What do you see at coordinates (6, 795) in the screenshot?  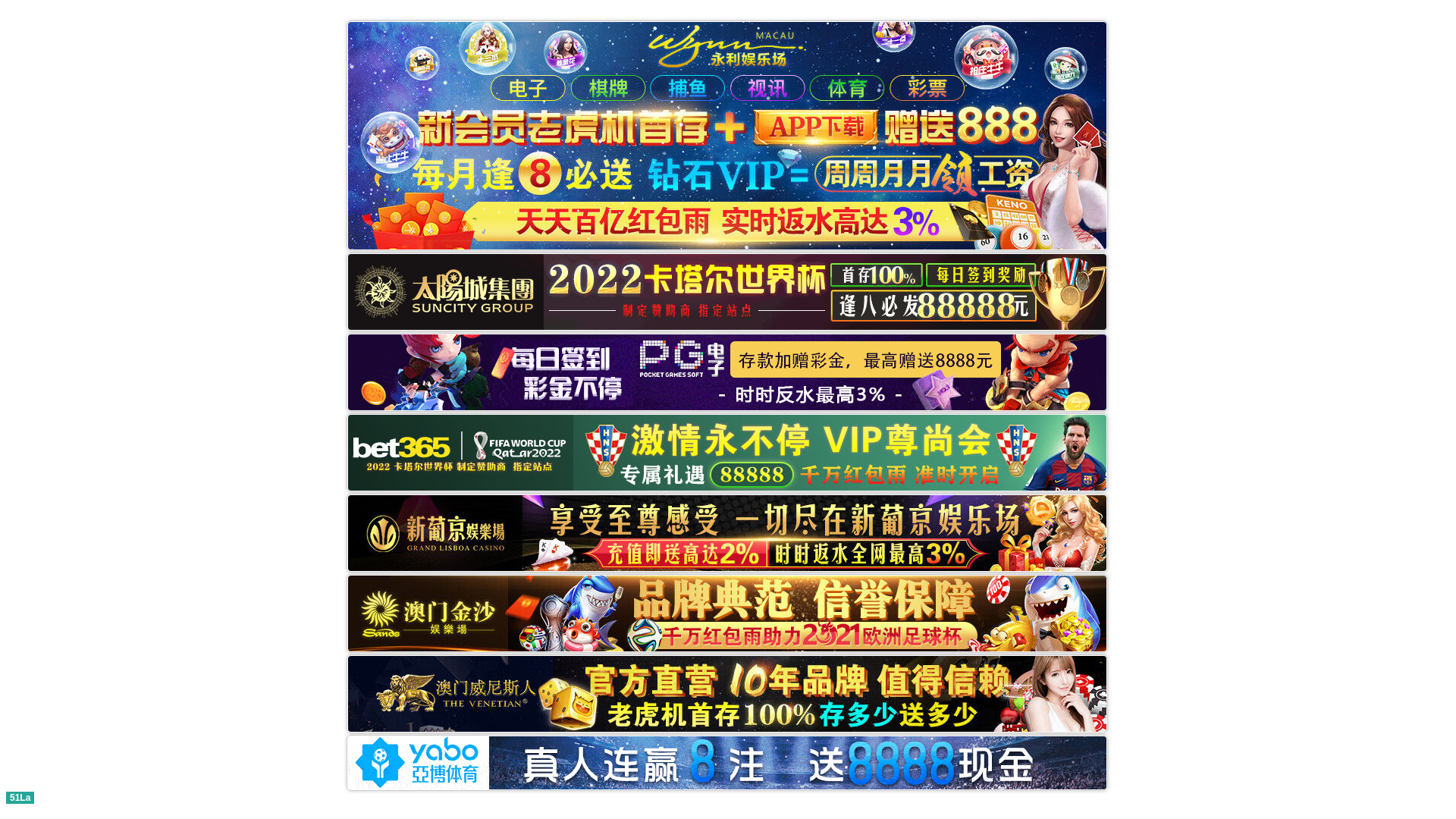 I see `'51La'` at bounding box center [6, 795].